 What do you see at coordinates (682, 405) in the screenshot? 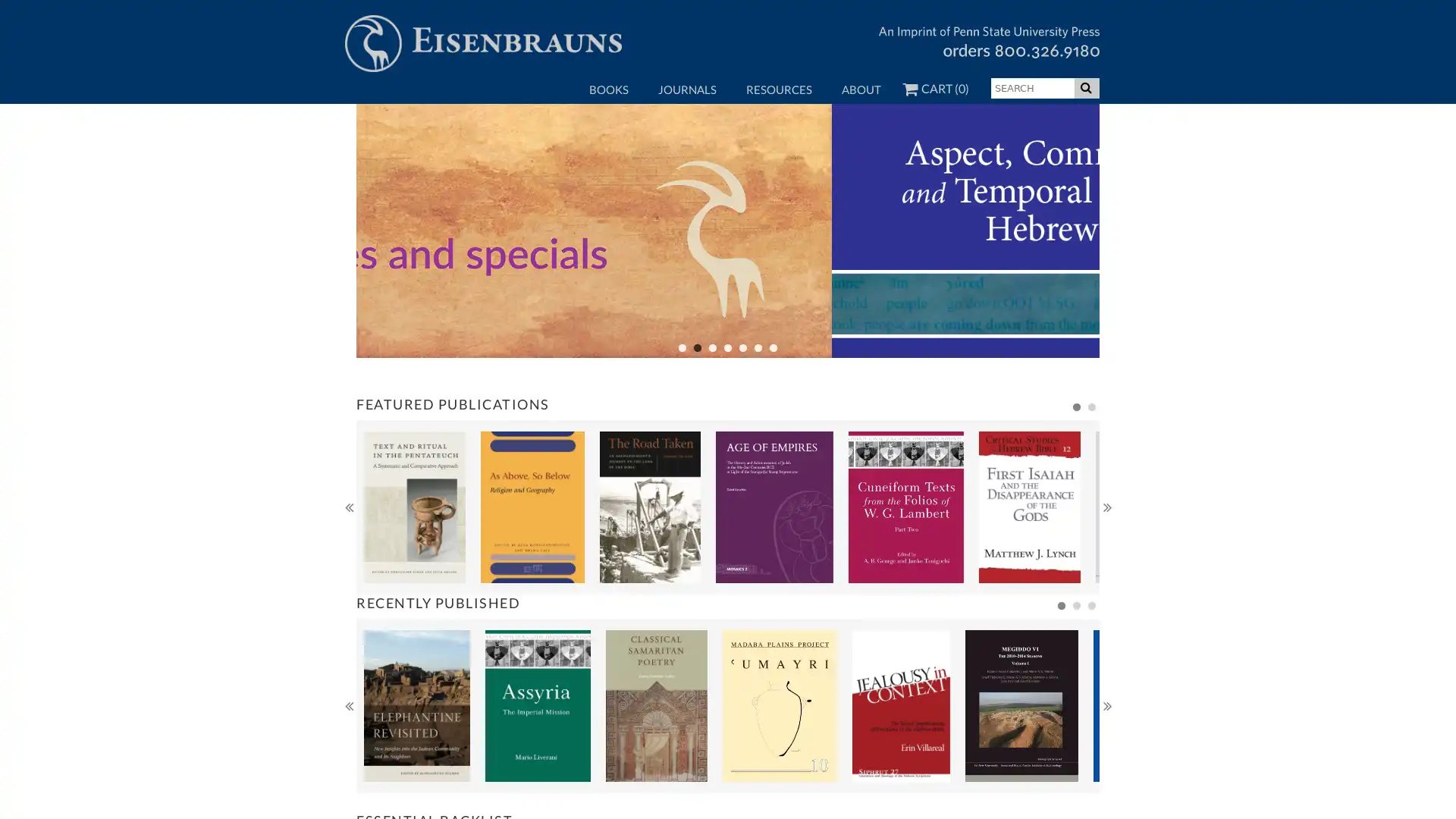
I see `1` at bounding box center [682, 405].